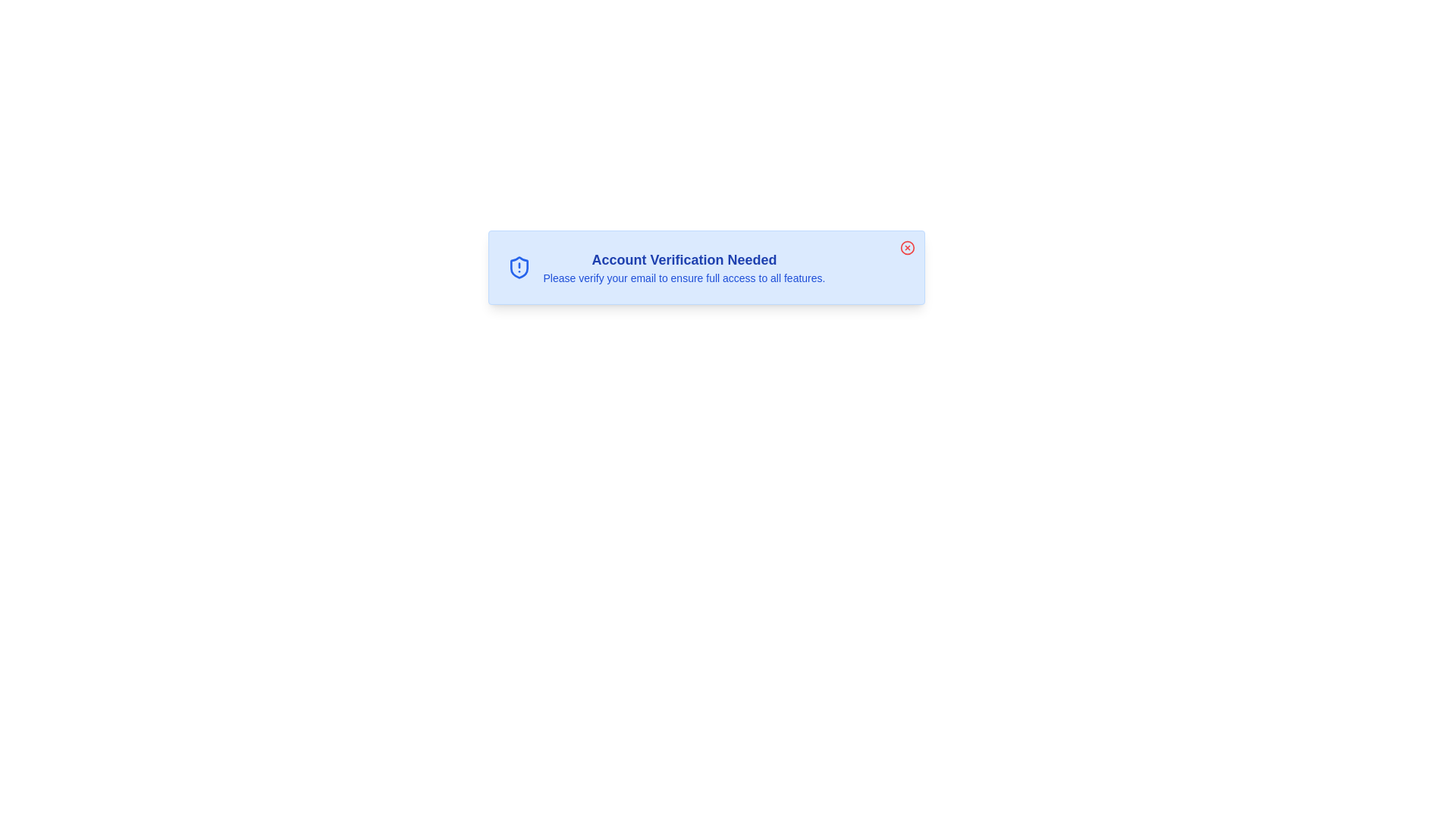  I want to click on text from the 'Account Verification Needed' label, which is a bold blue header inside a light blue notification box, so click(683, 259).